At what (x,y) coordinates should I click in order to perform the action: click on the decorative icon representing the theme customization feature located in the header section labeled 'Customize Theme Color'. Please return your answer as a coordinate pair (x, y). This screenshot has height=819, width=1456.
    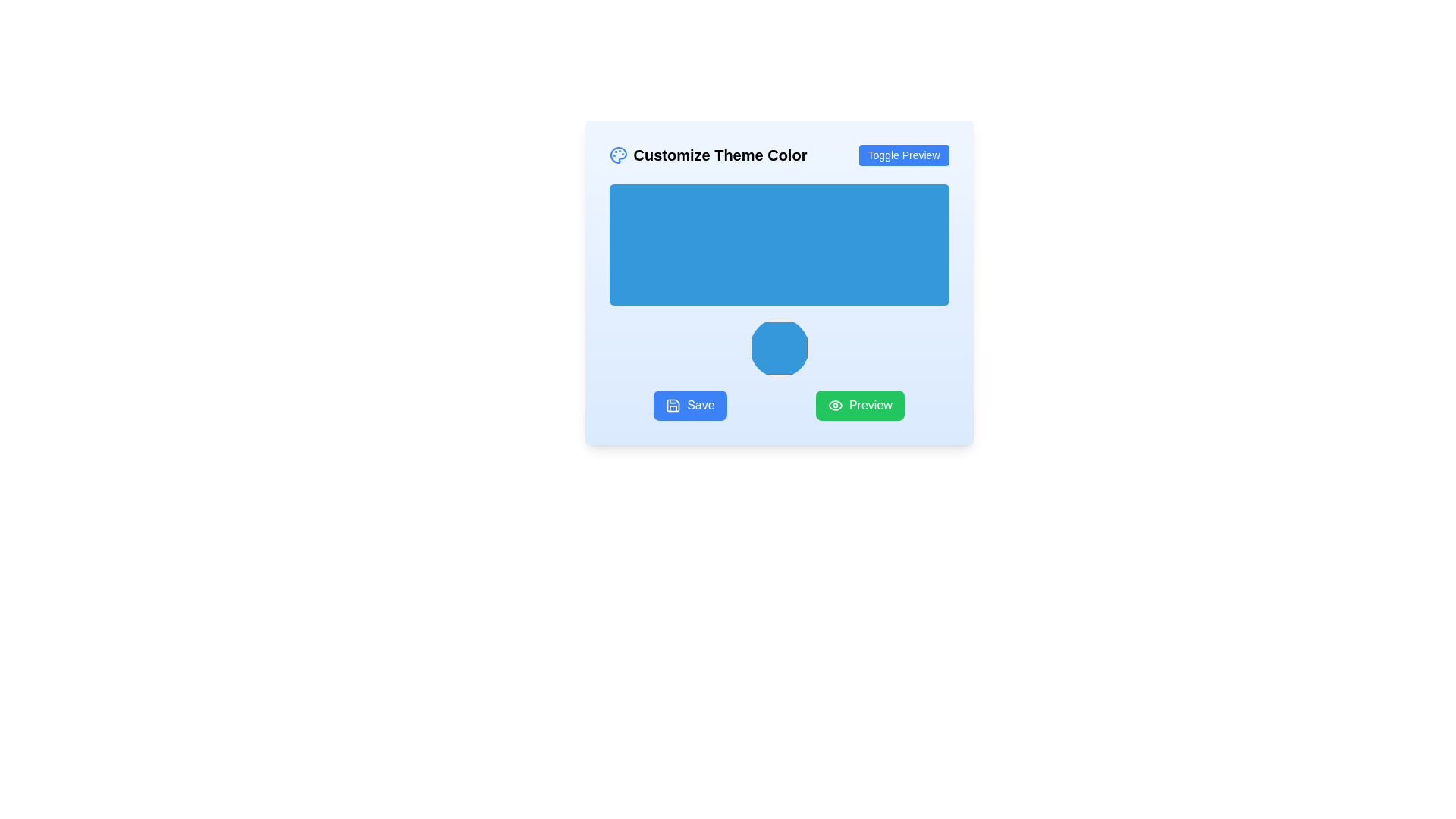
    Looking at the image, I should click on (618, 155).